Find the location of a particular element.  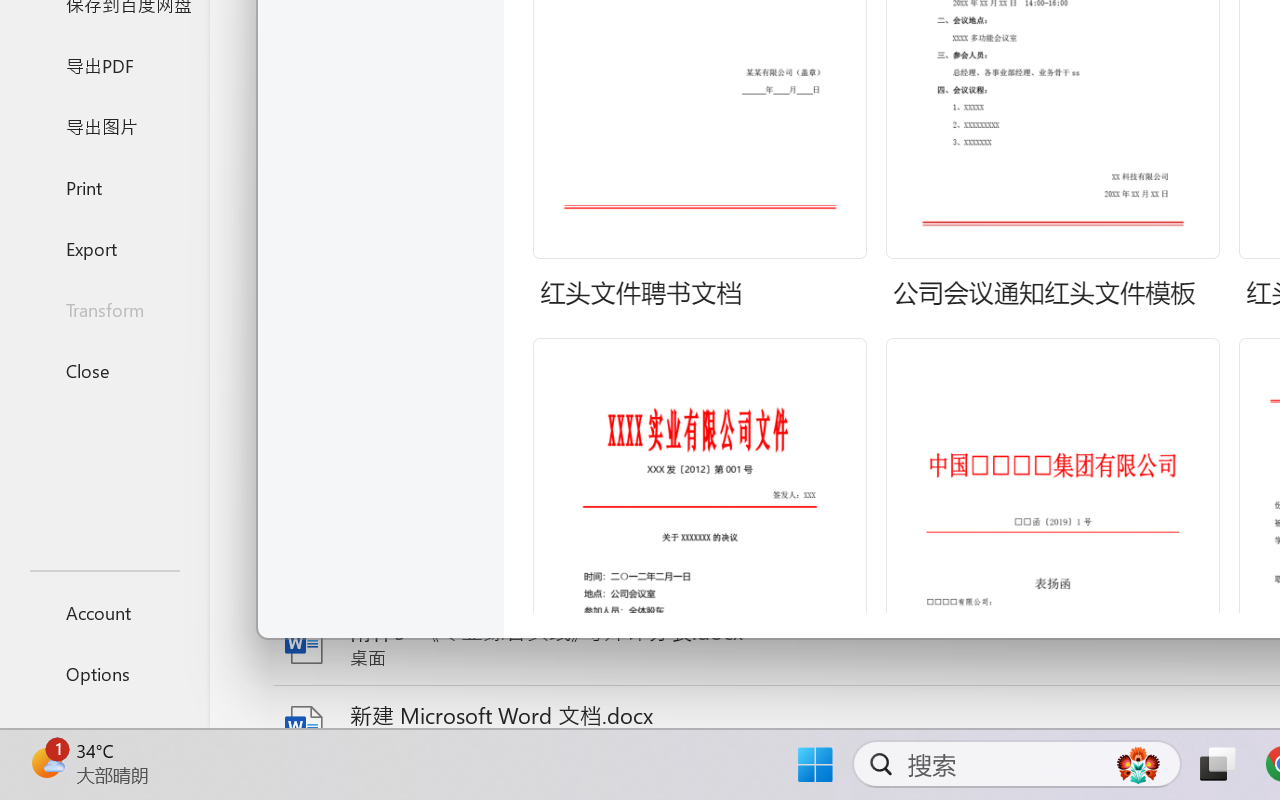

'Export' is located at coordinates (103, 247).